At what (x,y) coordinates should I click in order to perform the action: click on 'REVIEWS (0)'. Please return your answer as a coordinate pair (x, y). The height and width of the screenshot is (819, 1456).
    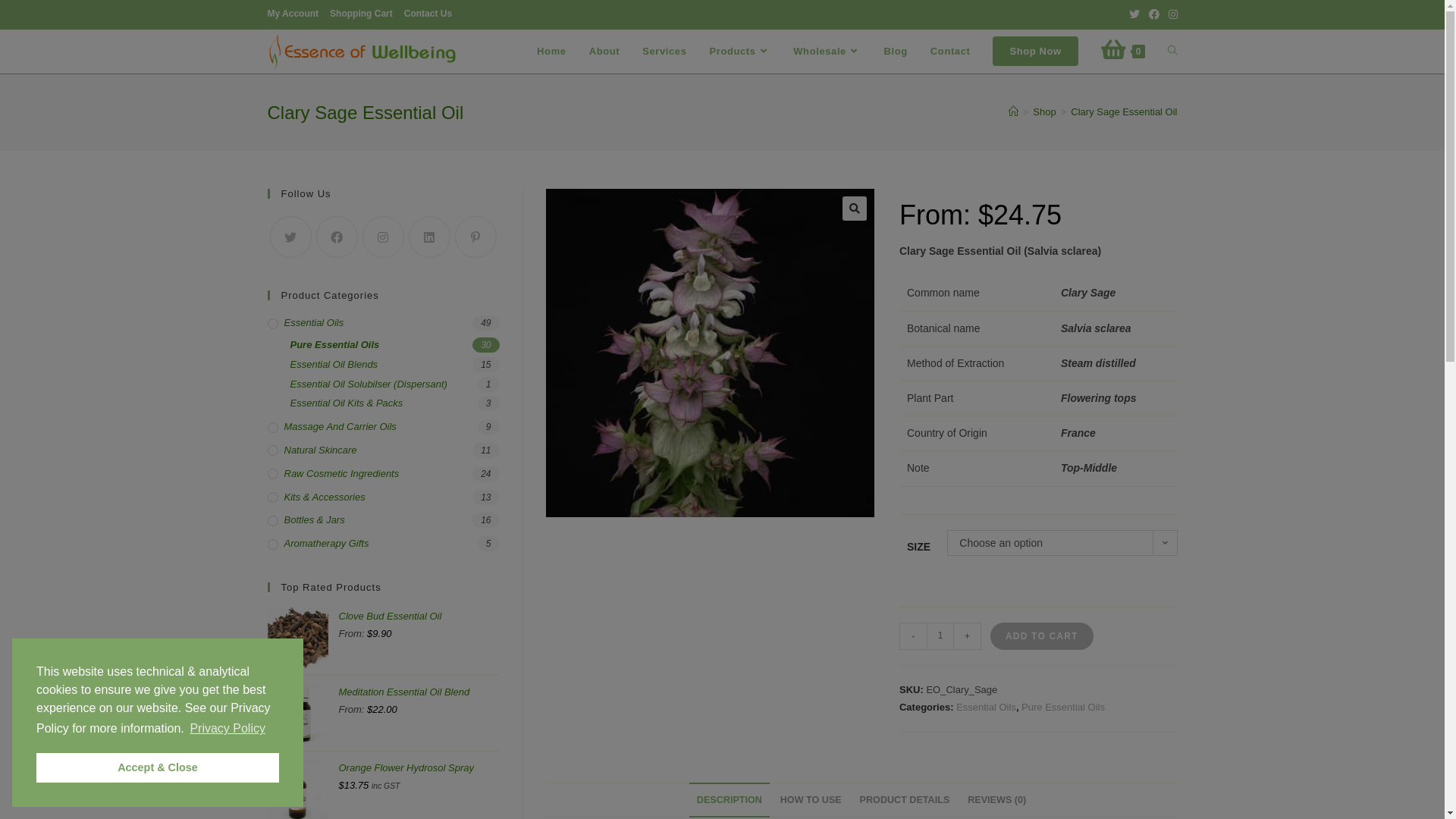
    Looking at the image, I should click on (996, 799).